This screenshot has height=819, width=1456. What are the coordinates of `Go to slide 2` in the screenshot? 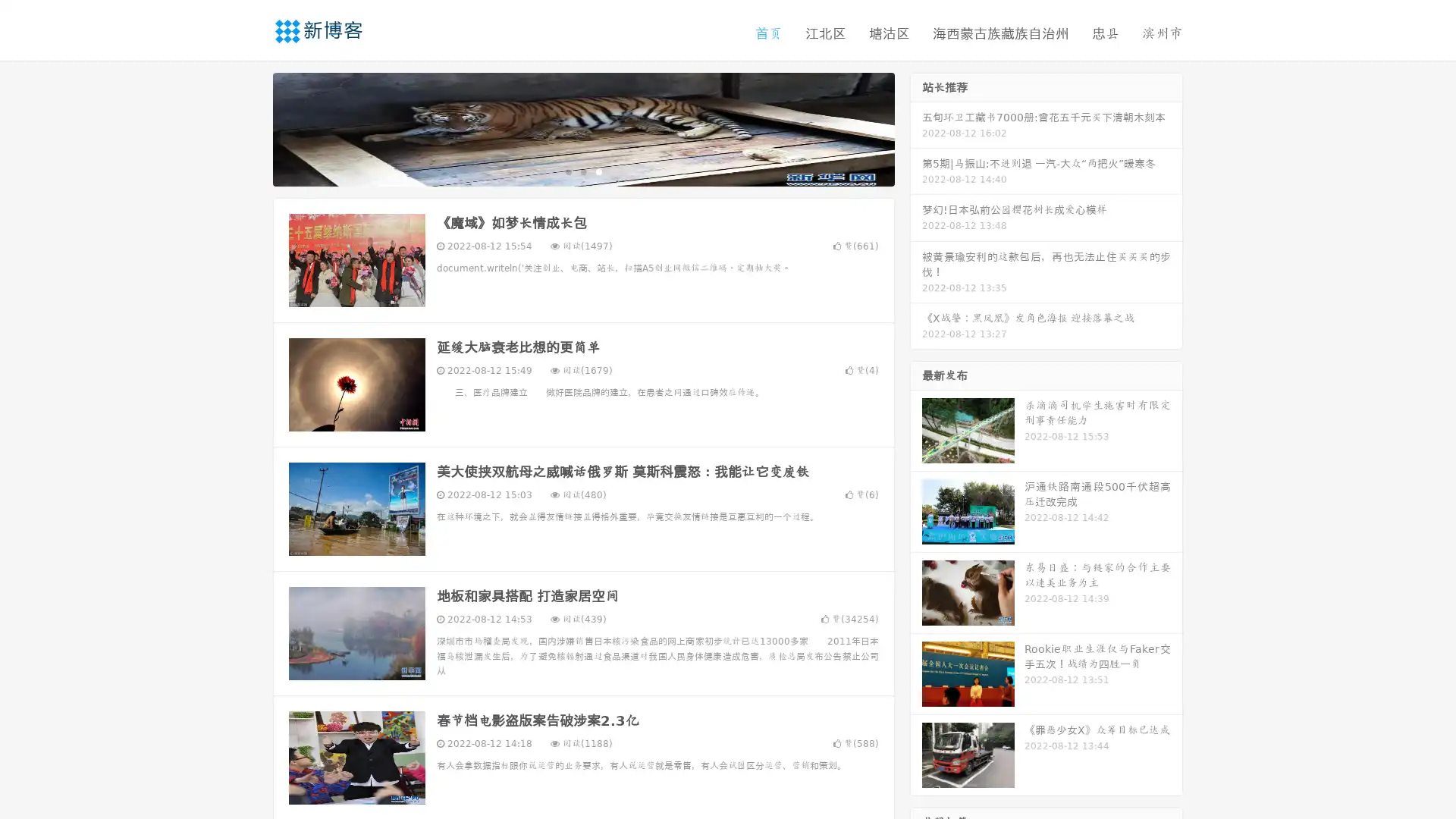 It's located at (582, 171).